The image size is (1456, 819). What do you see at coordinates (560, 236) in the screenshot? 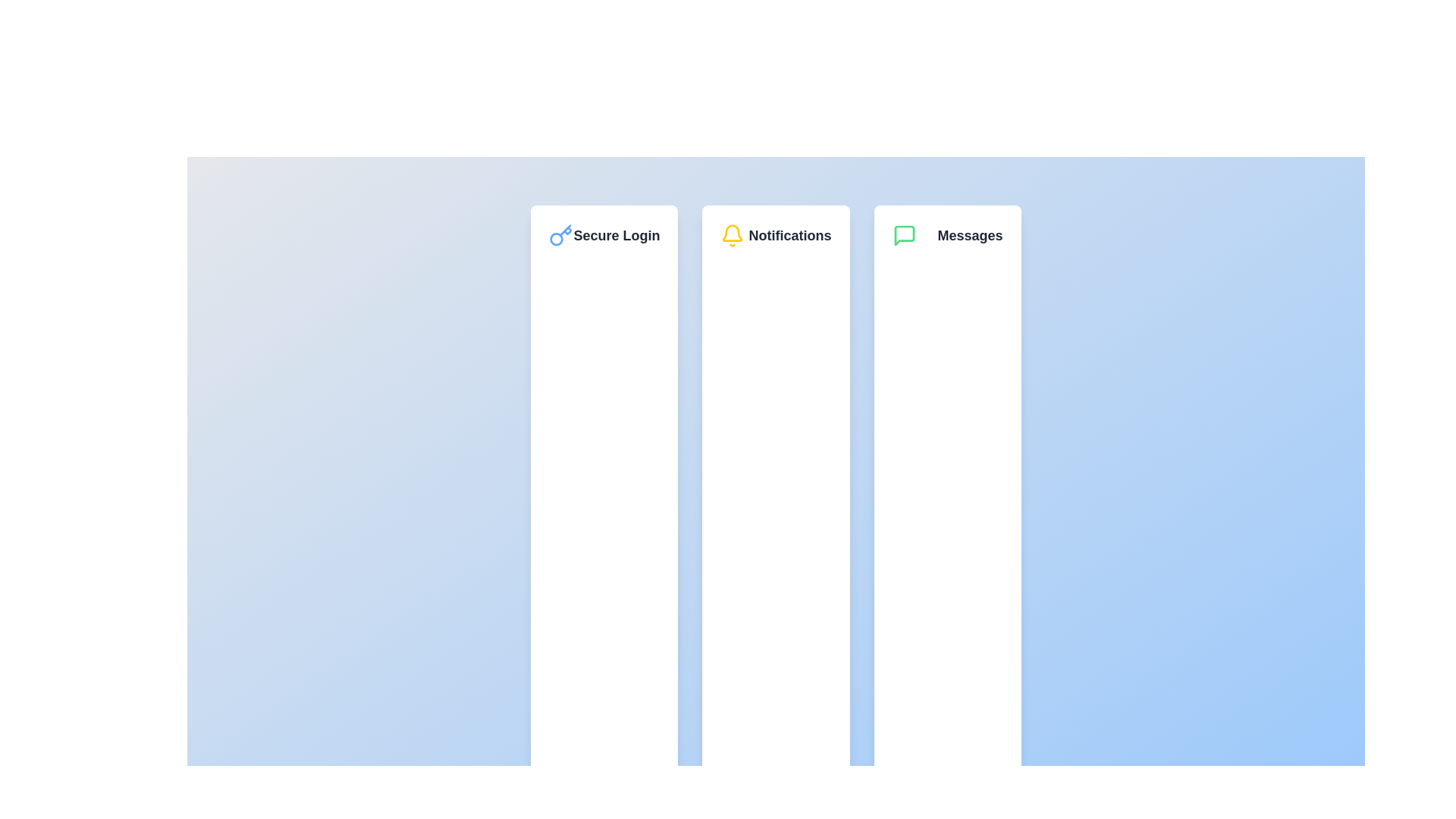
I see `the key-like icon styled with a light blue outline, located to the left of the 'Secure Login' text, for contextual information` at bounding box center [560, 236].